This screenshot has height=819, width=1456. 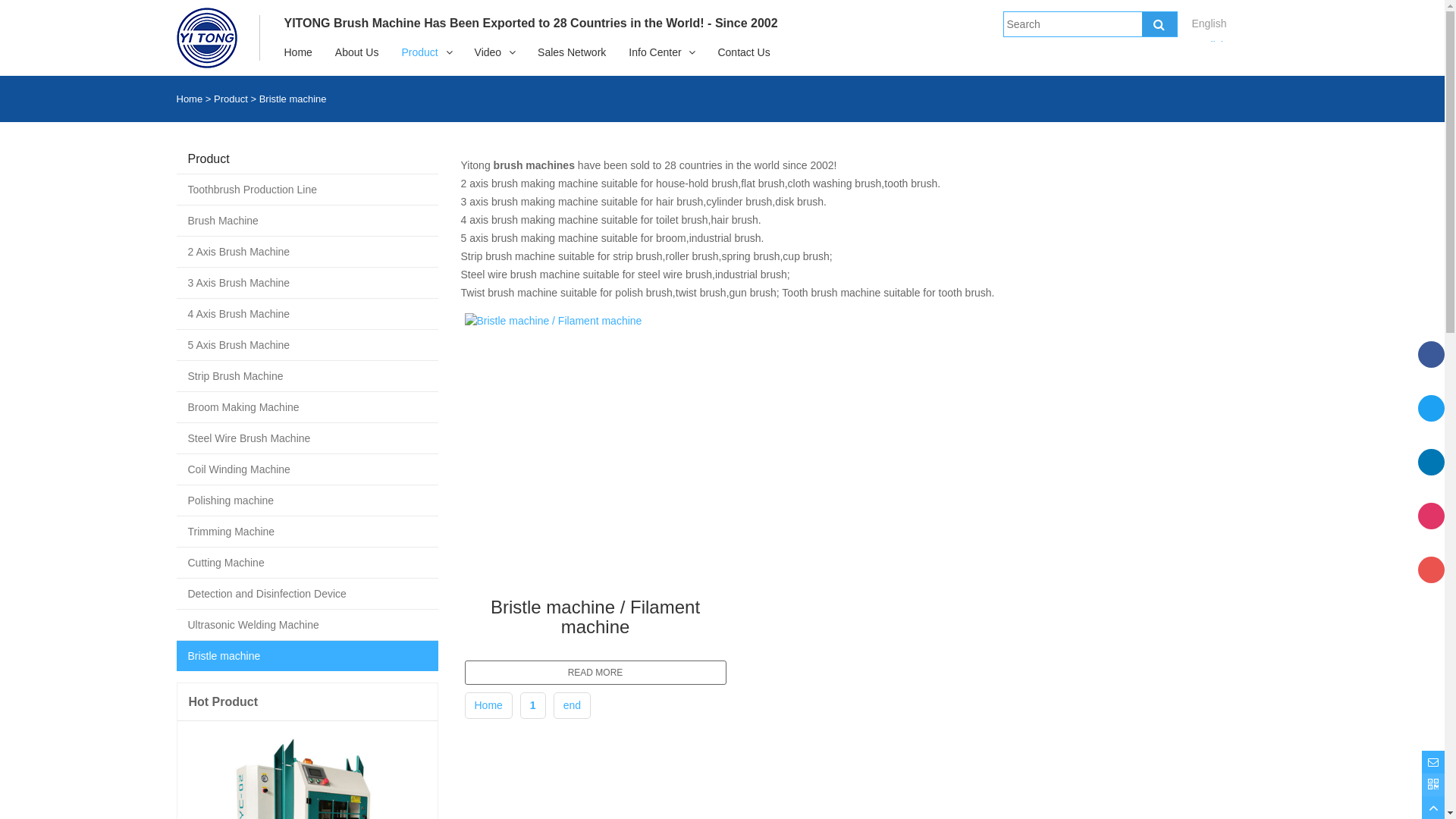 I want to click on 'Product', so click(x=419, y=52).